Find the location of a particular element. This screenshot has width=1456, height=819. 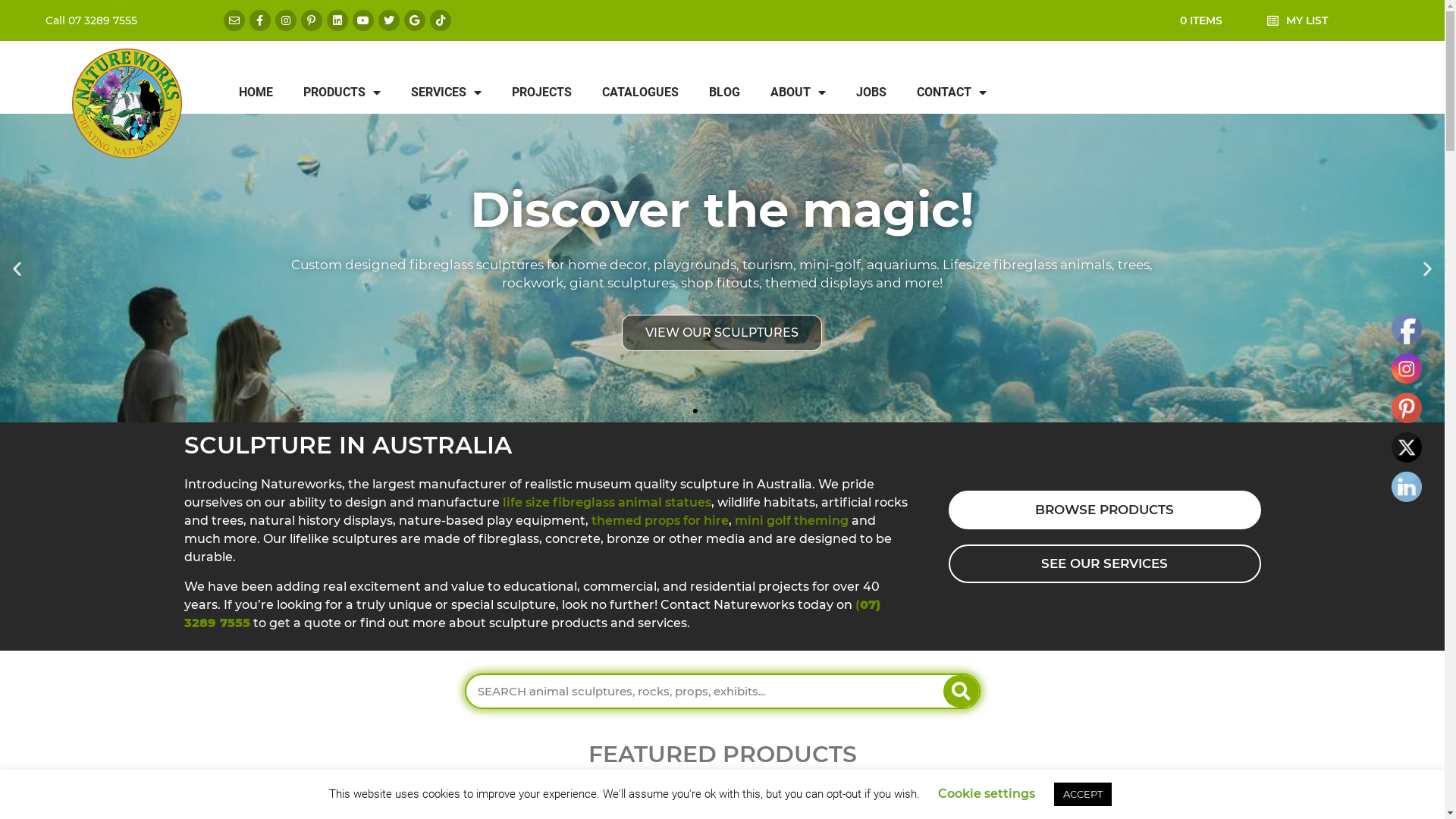

'SEE OUR SERVICES' is located at coordinates (1103, 563).